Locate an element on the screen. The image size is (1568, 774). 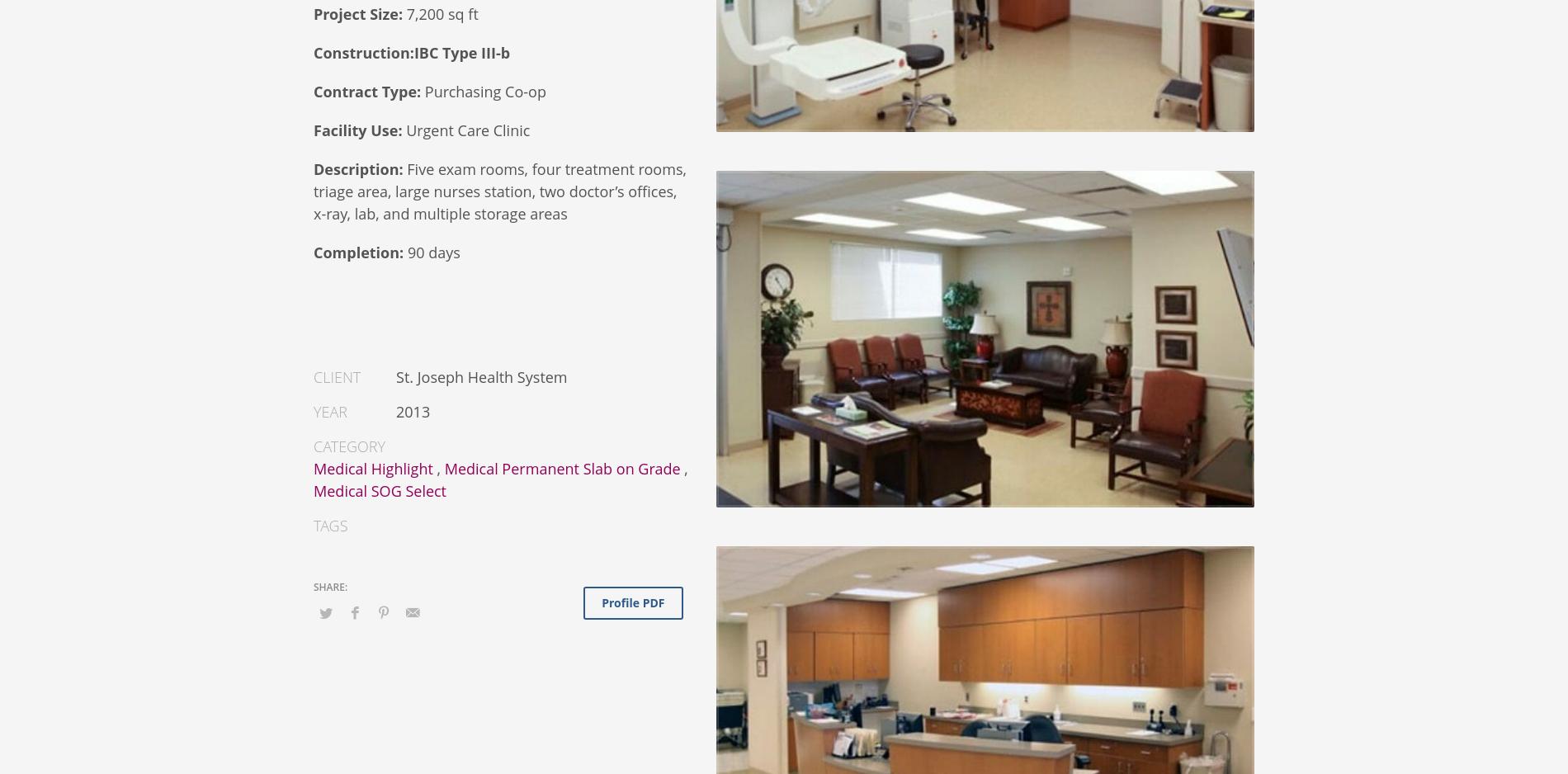
'Project Size:' is located at coordinates (357, 13).